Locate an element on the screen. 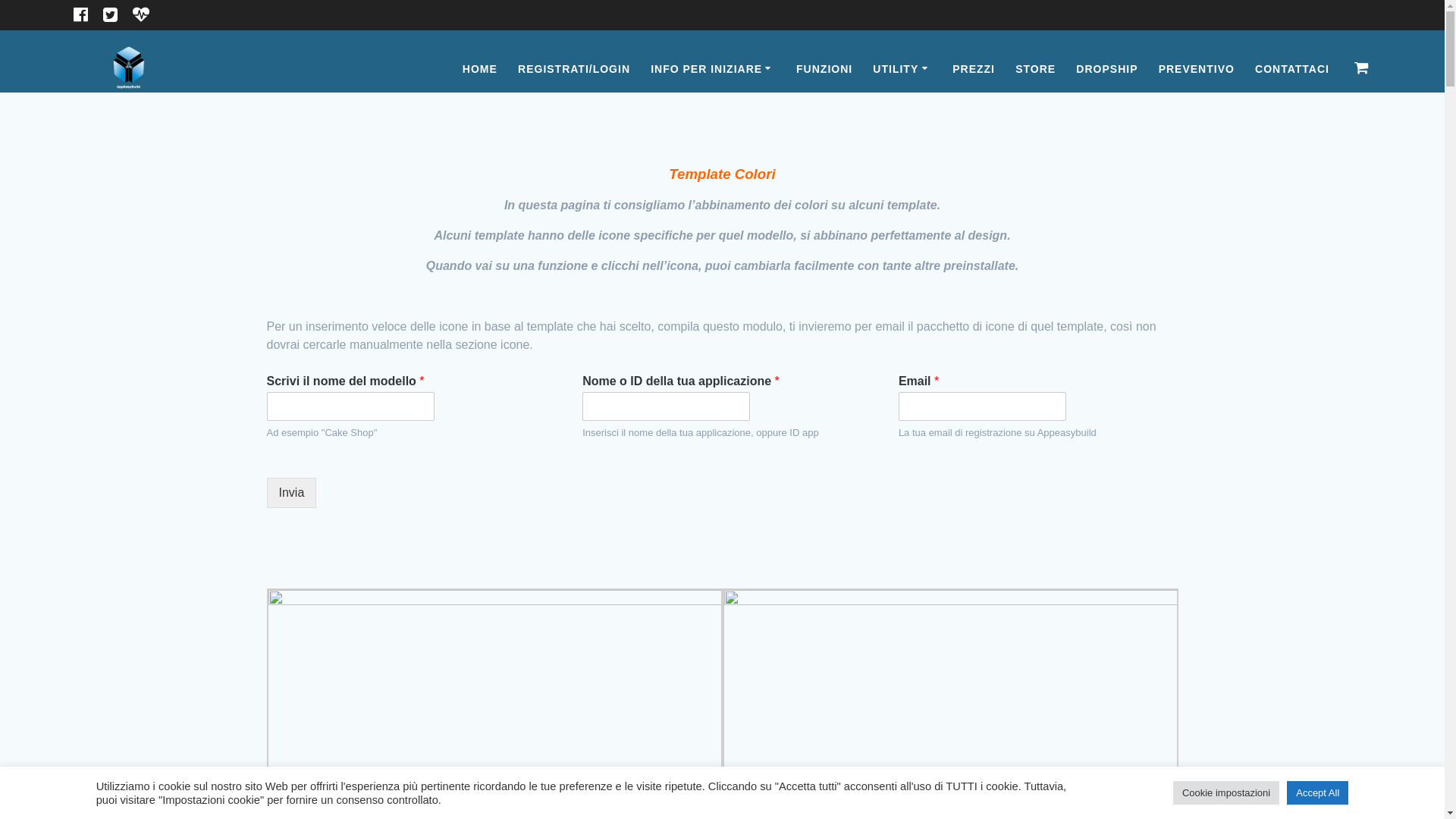  'REGISTRATI/LOGIN' is located at coordinates (573, 69).